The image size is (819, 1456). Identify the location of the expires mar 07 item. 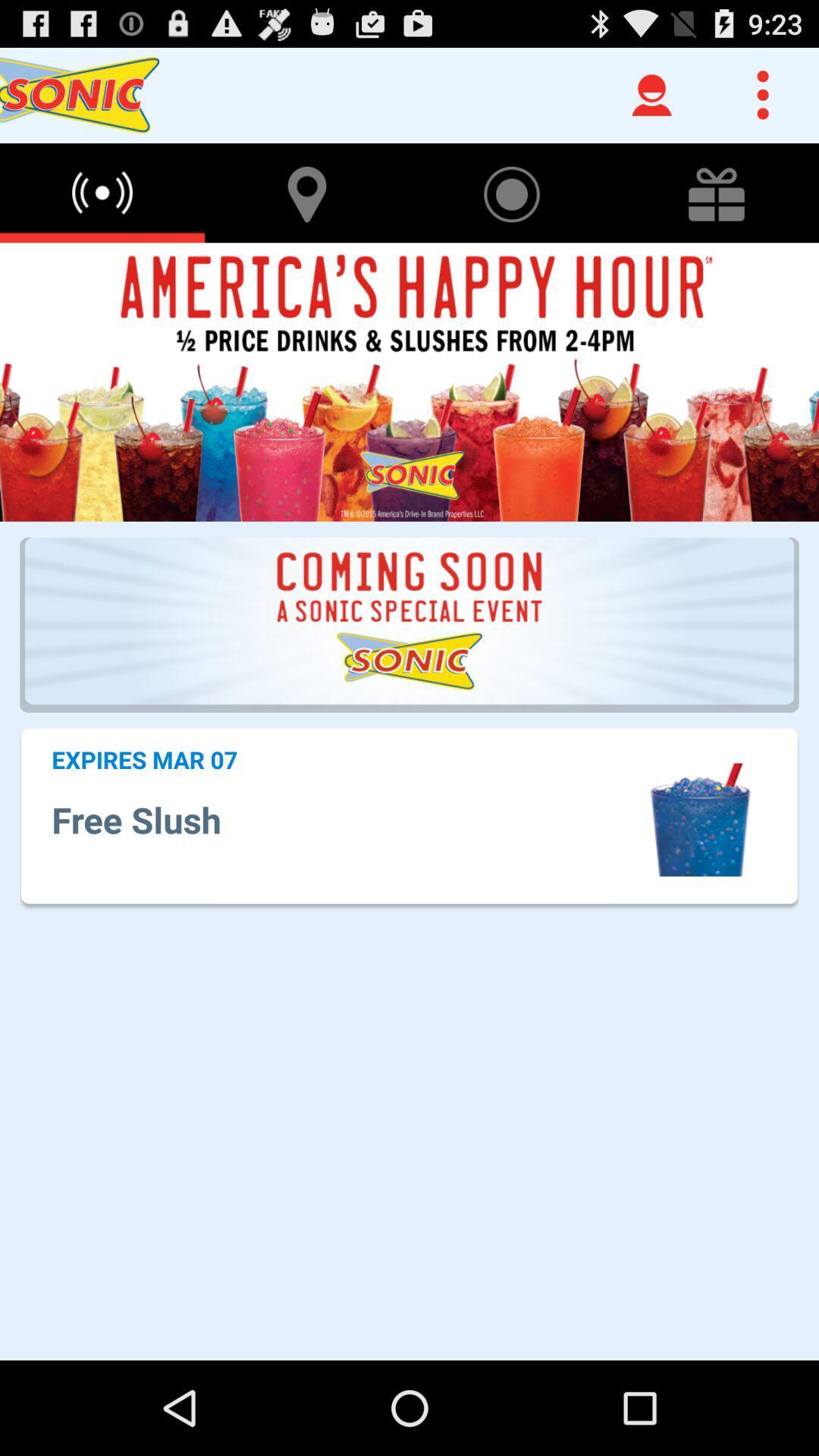
(144, 759).